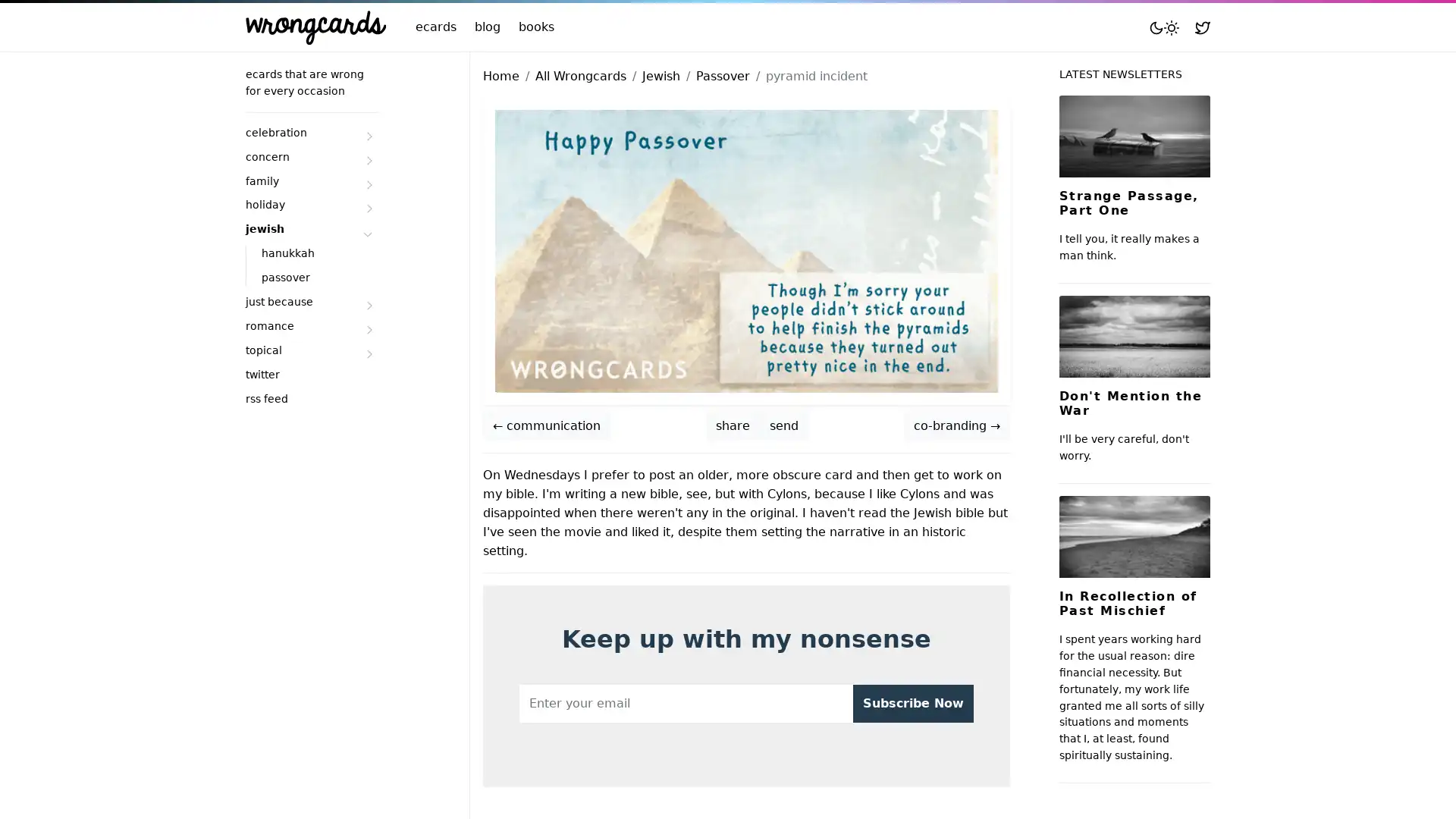 The height and width of the screenshot is (819, 1456). Describe the element at coordinates (367, 305) in the screenshot. I see `Submenu` at that location.